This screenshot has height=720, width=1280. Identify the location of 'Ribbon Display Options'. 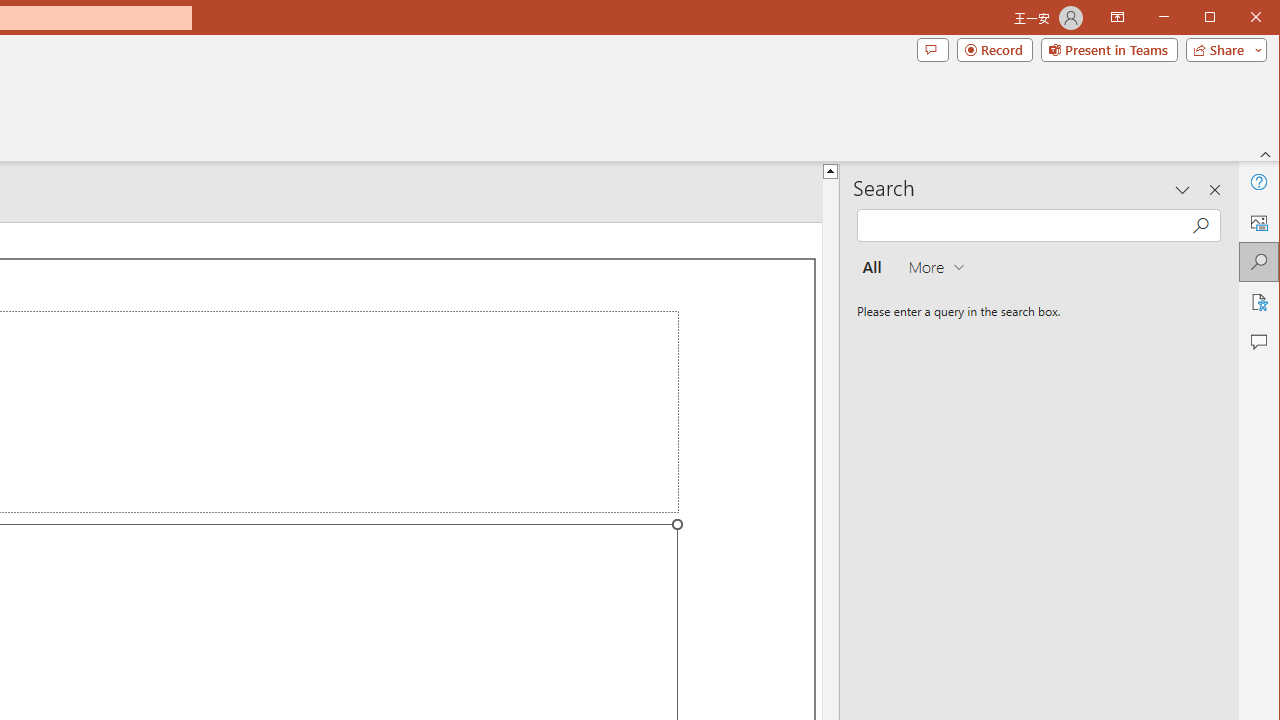
(1116, 18).